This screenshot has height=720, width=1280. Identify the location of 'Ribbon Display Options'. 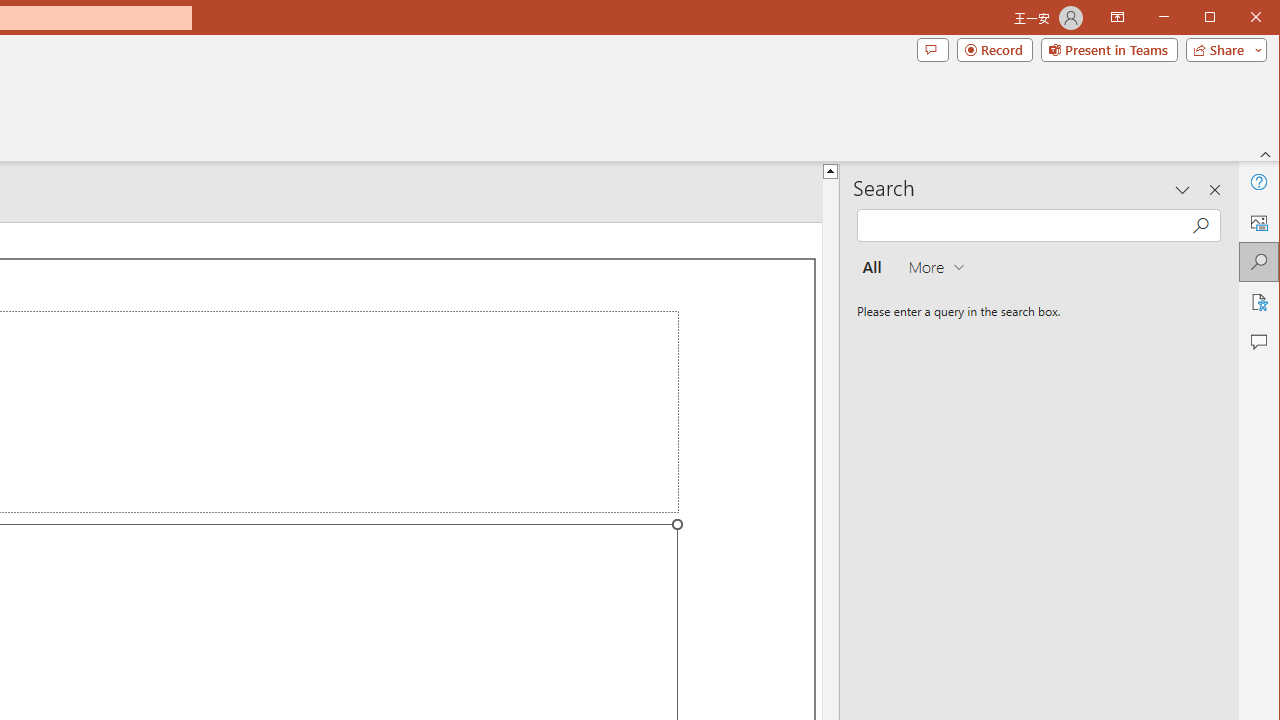
(1116, 18).